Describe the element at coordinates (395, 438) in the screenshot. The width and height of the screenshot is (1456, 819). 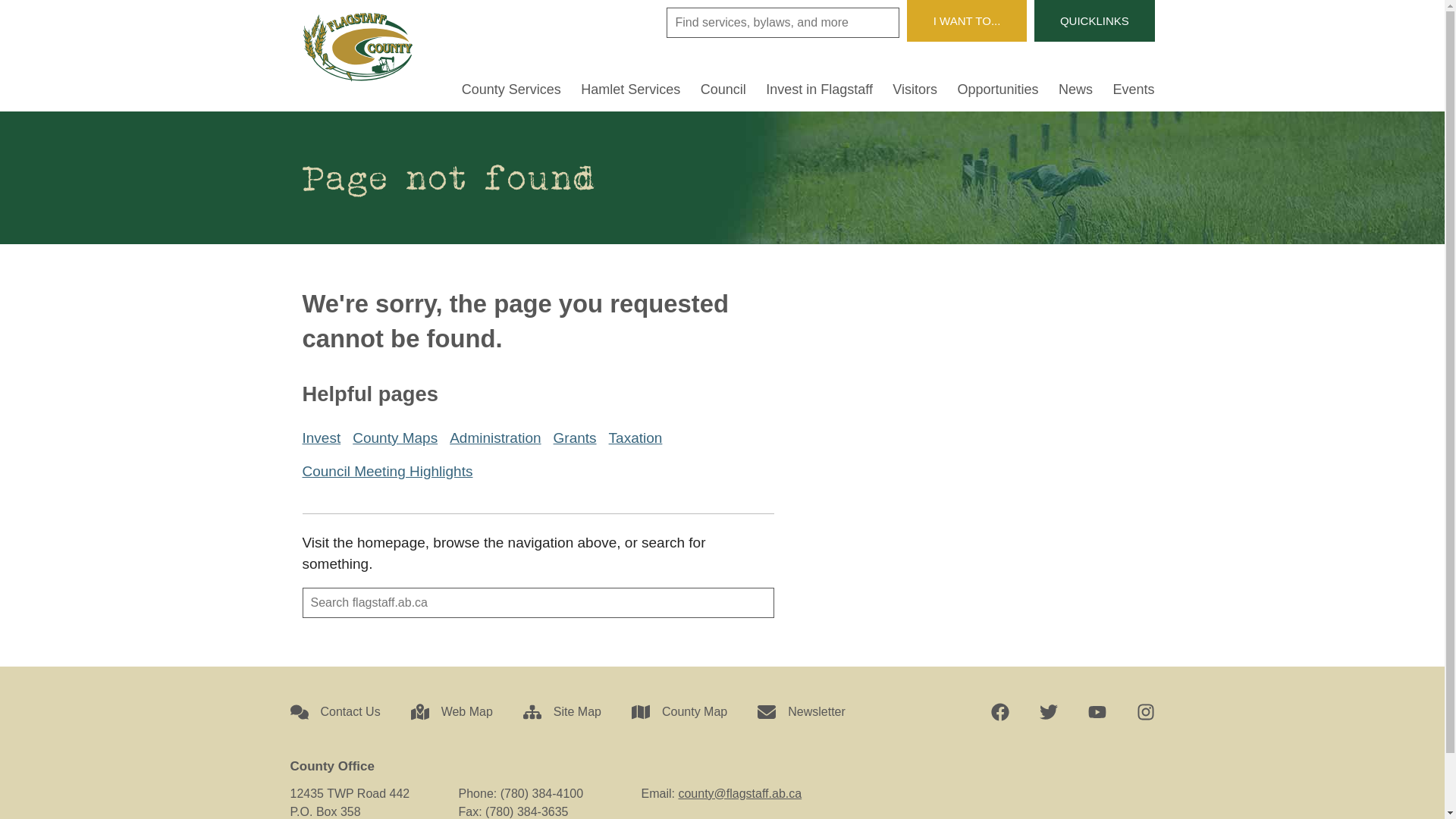
I see `'County Maps'` at that location.